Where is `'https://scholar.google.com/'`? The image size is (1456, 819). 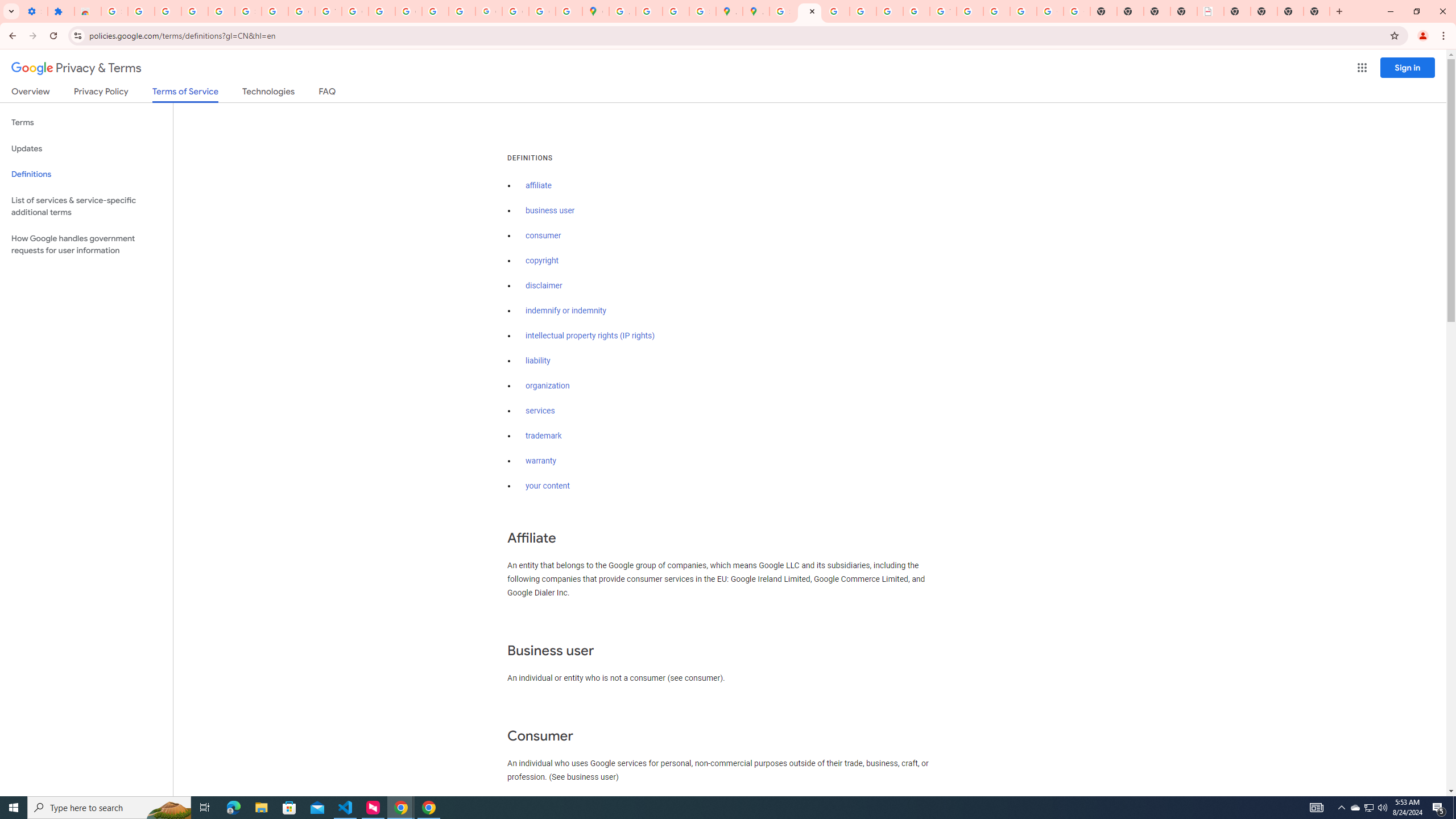
'https://scholar.google.com/' is located at coordinates (382, 11).